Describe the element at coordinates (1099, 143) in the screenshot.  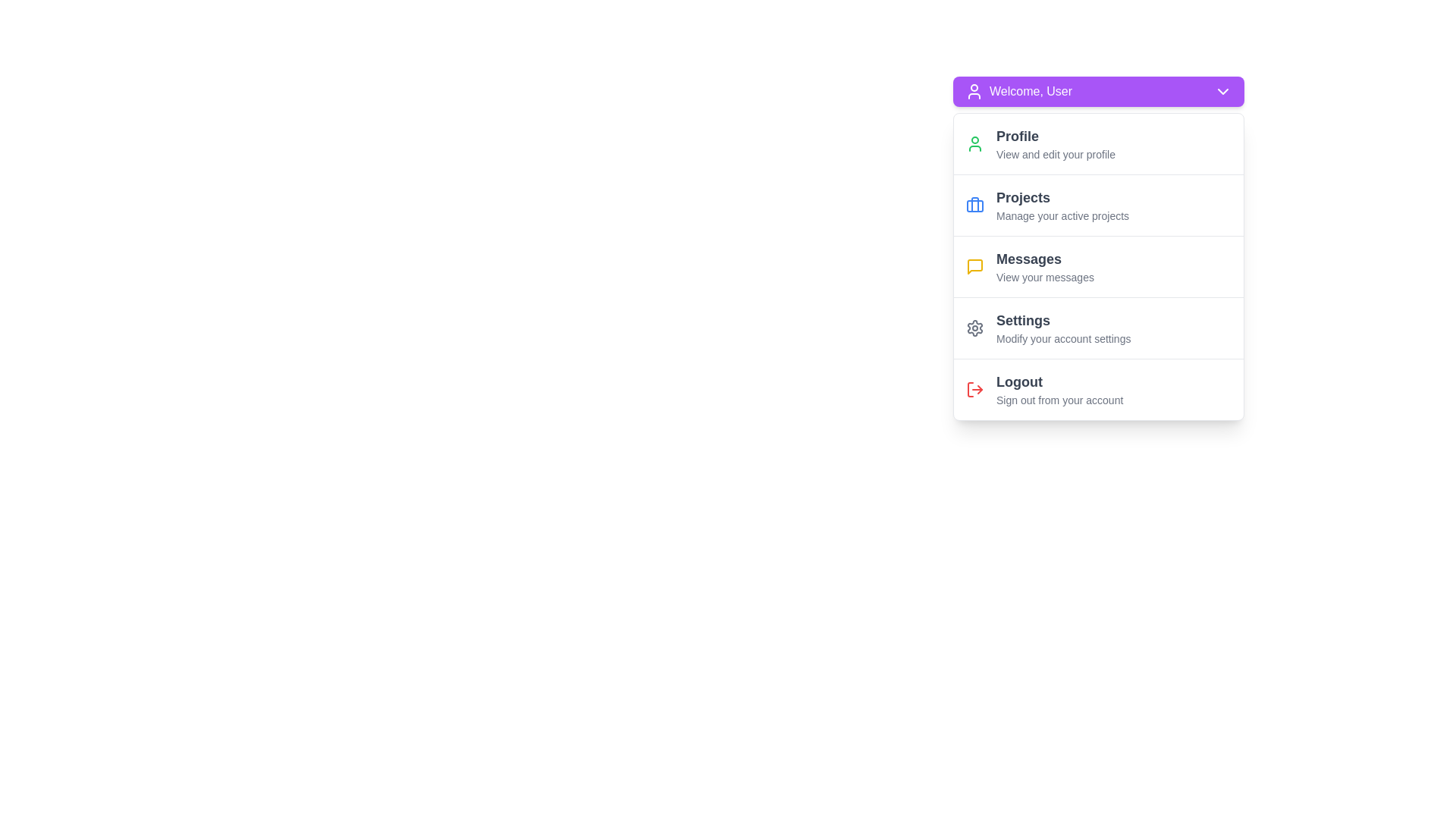
I see `the first menu item below the 'Welcome, User' header to trigger the hover effect` at that location.